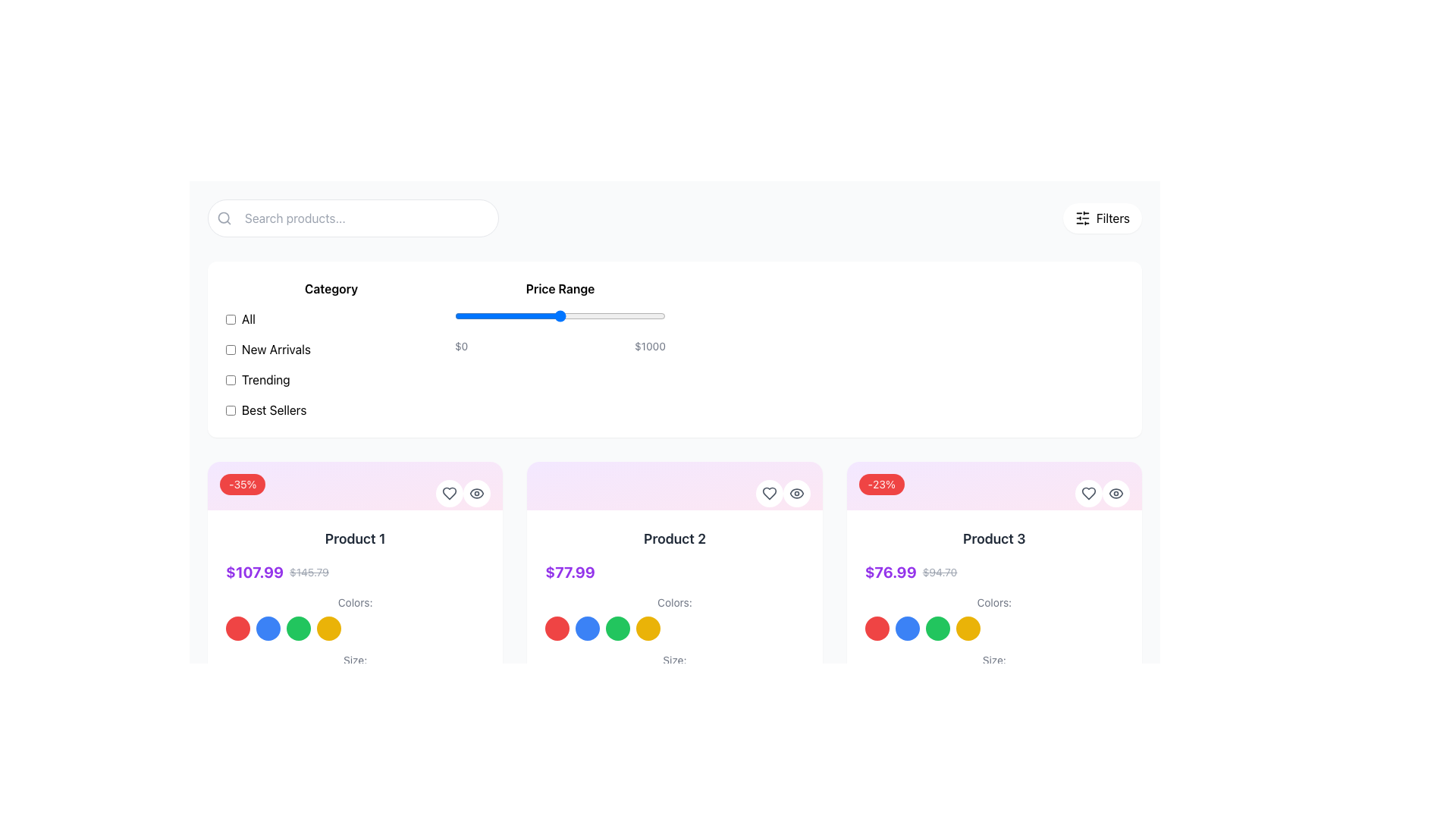 The height and width of the screenshot is (819, 1456). I want to click on the text label displaying 'Colors:' which is located above the circular color swatches in the second product card, so click(673, 601).